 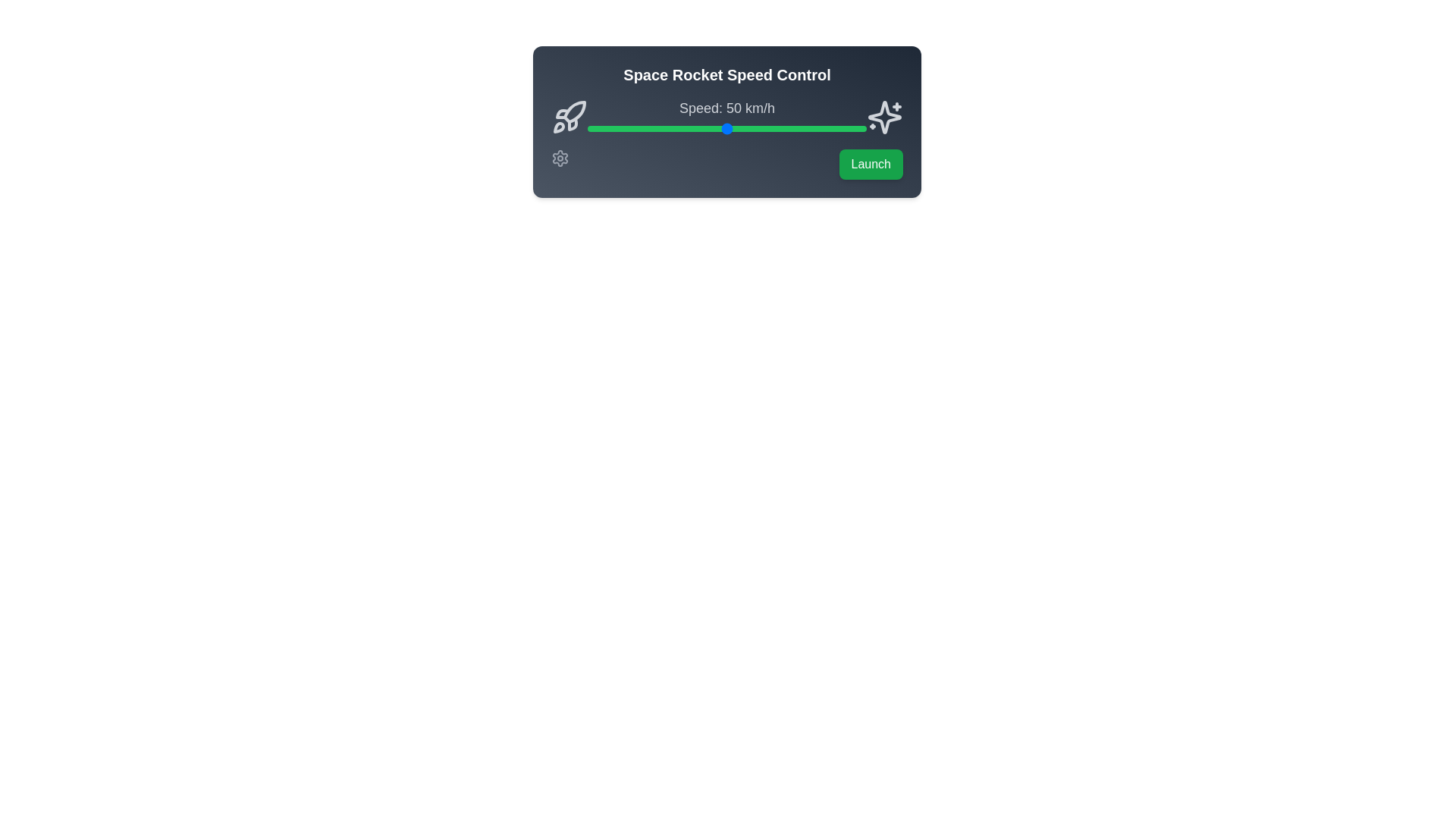 I want to click on the speed slider to set the speed to 51 km/h, so click(x=730, y=127).